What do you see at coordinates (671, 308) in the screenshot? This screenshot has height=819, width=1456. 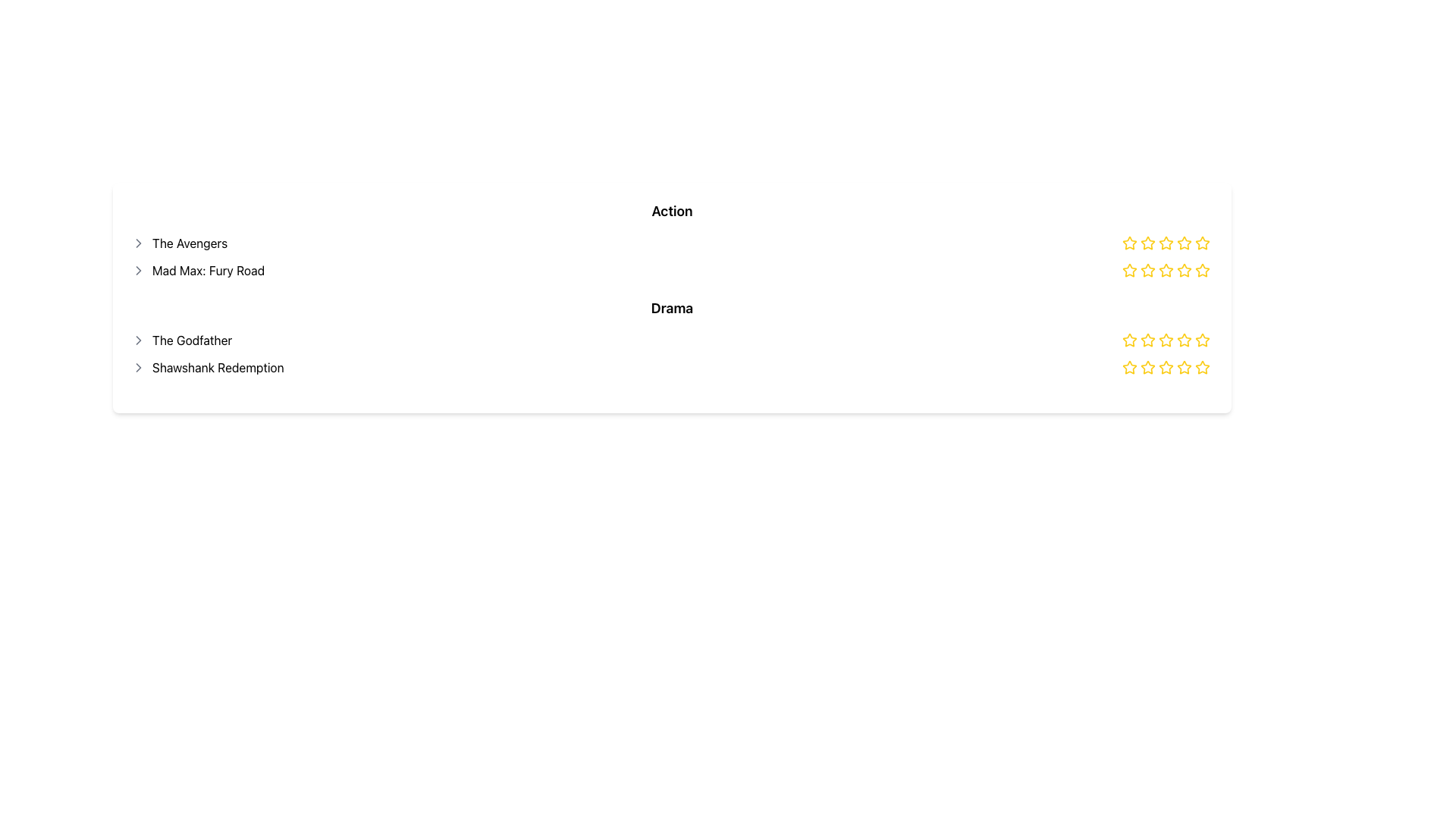 I see `text from the section header labeled 'Drama', which categorizes the content that follows` at bounding box center [671, 308].